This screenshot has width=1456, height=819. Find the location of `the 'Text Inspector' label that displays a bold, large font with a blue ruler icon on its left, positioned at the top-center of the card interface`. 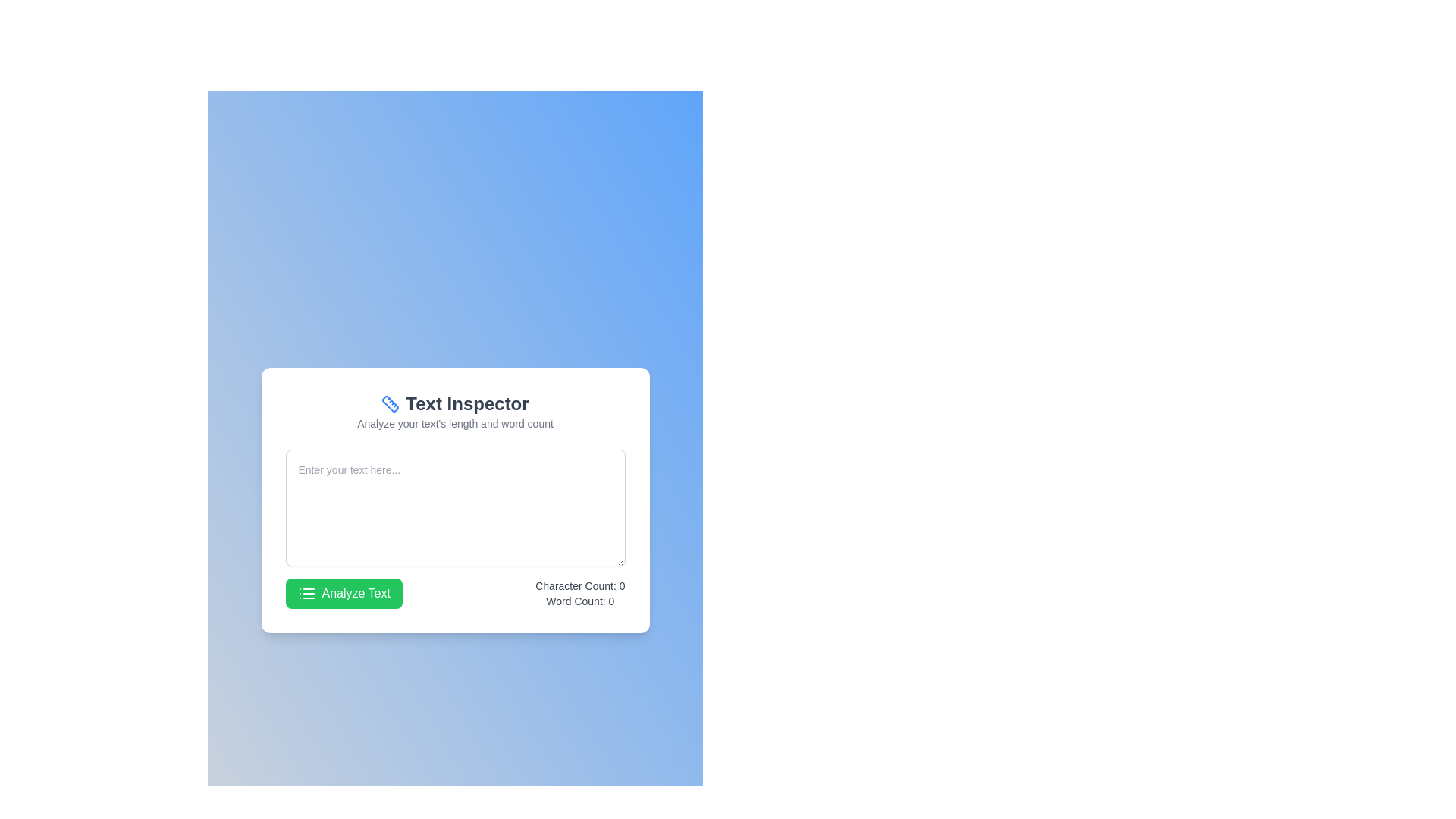

the 'Text Inspector' label that displays a bold, large font with a blue ruler icon on its left, positioned at the top-center of the card interface is located at coordinates (454, 403).